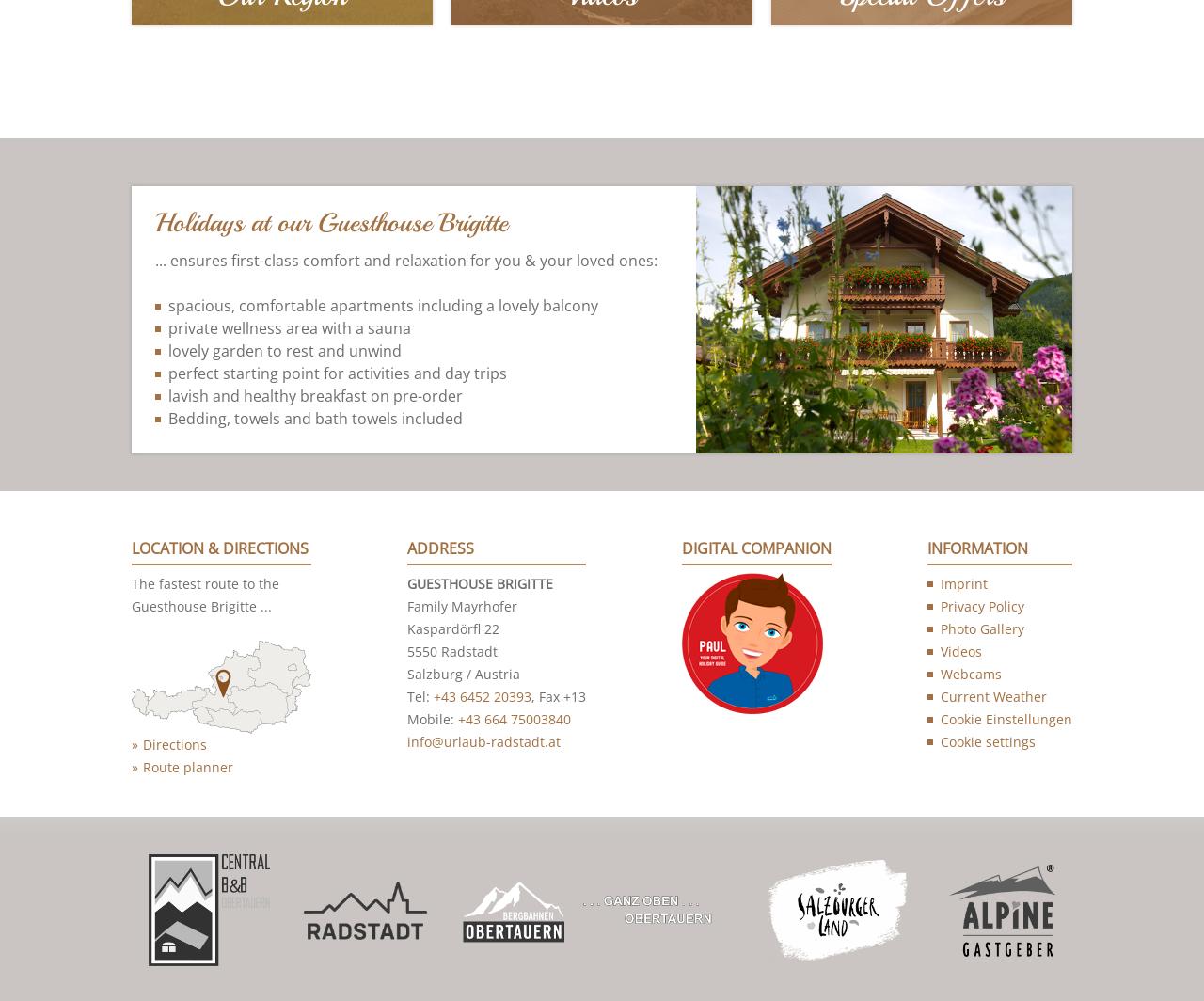 The width and height of the screenshot is (1204, 1001). Describe the element at coordinates (419, 698) in the screenshot. I see `'Tel:'` at that location.